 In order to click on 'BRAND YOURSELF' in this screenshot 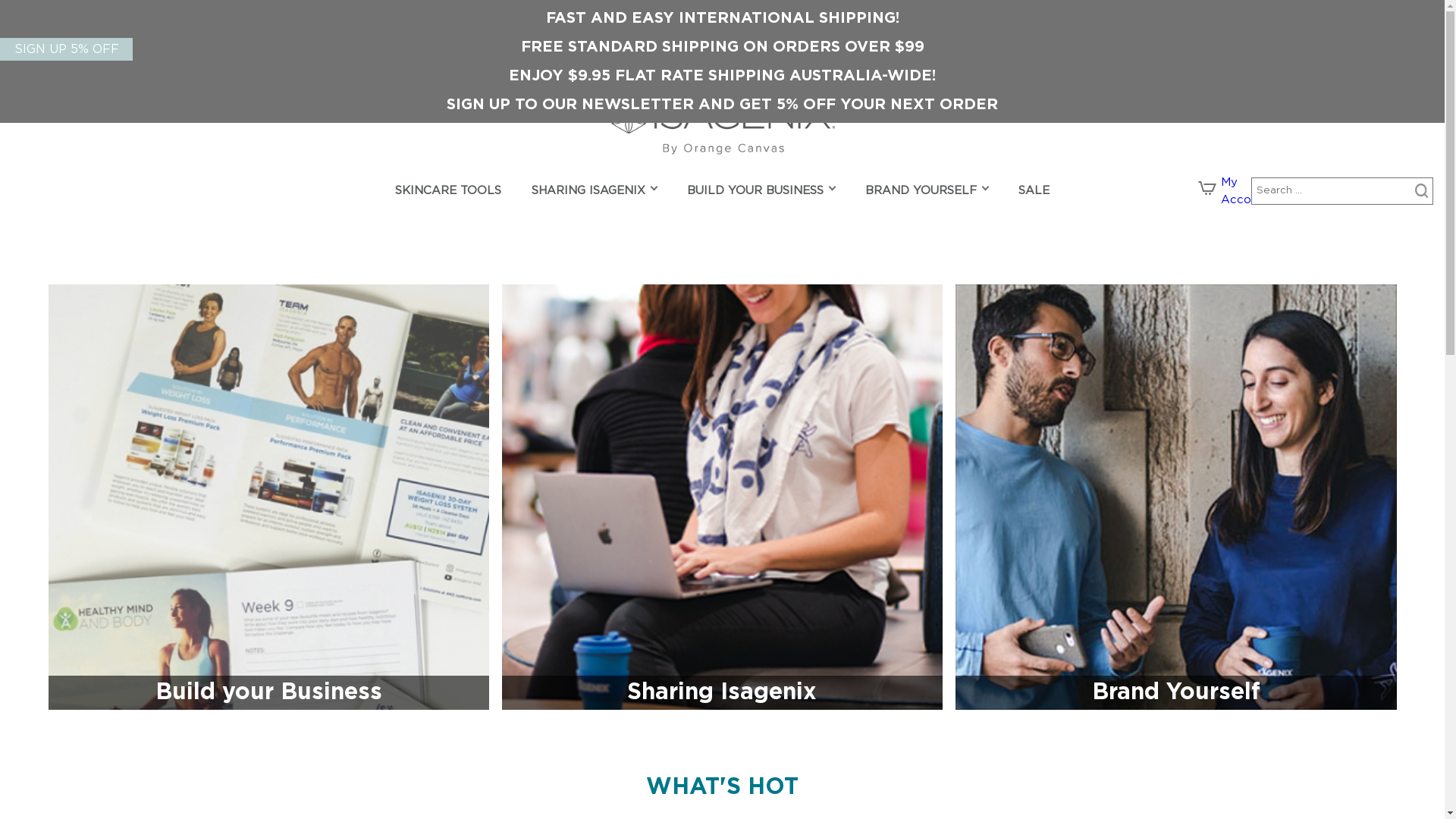, I will do `click(920, 192)`.